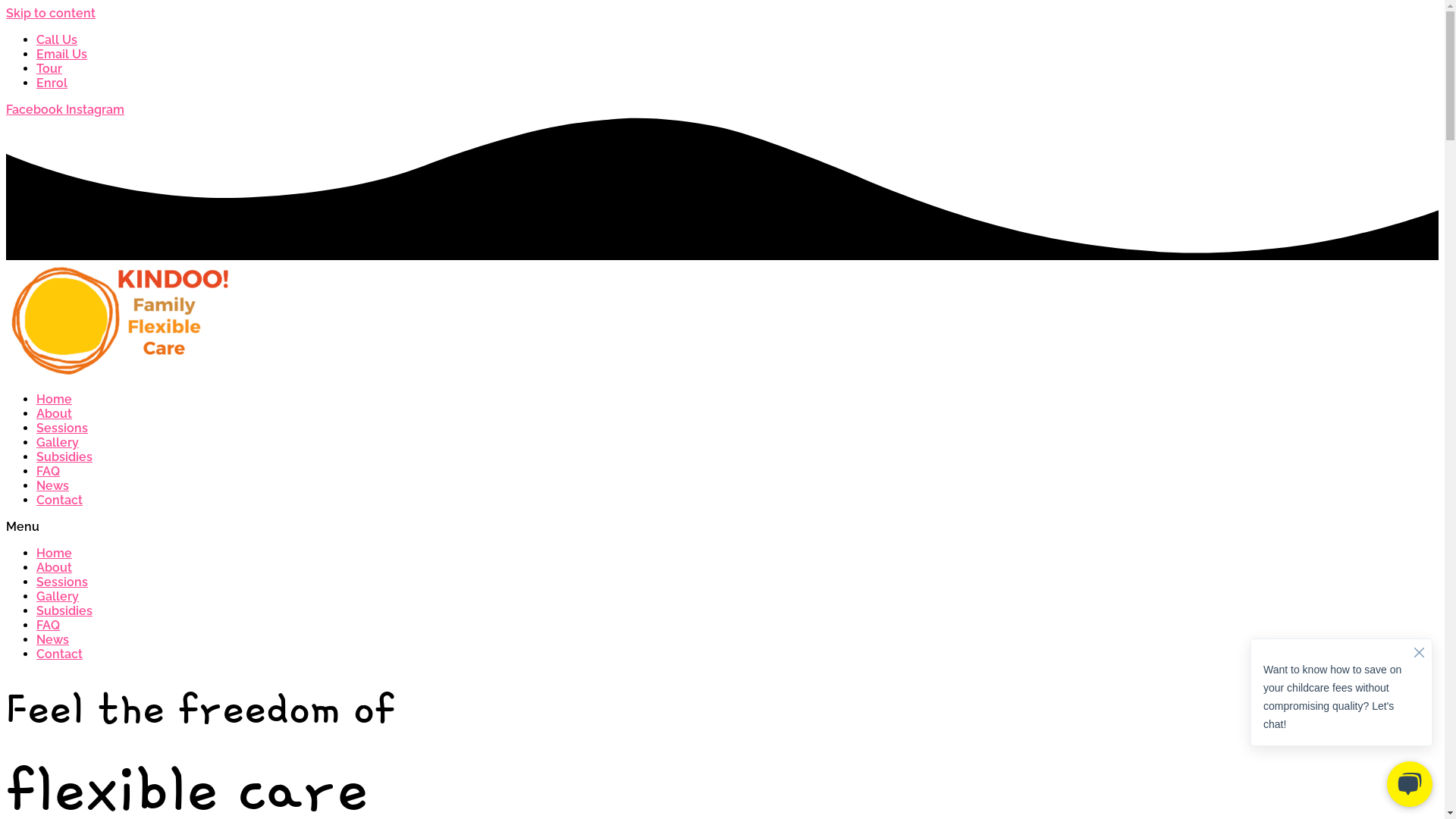 The height and width of the screenshot is (819, 1456). Describe the element at coordinates (52, 639) in the screenshot. I see `'News'` at that location.